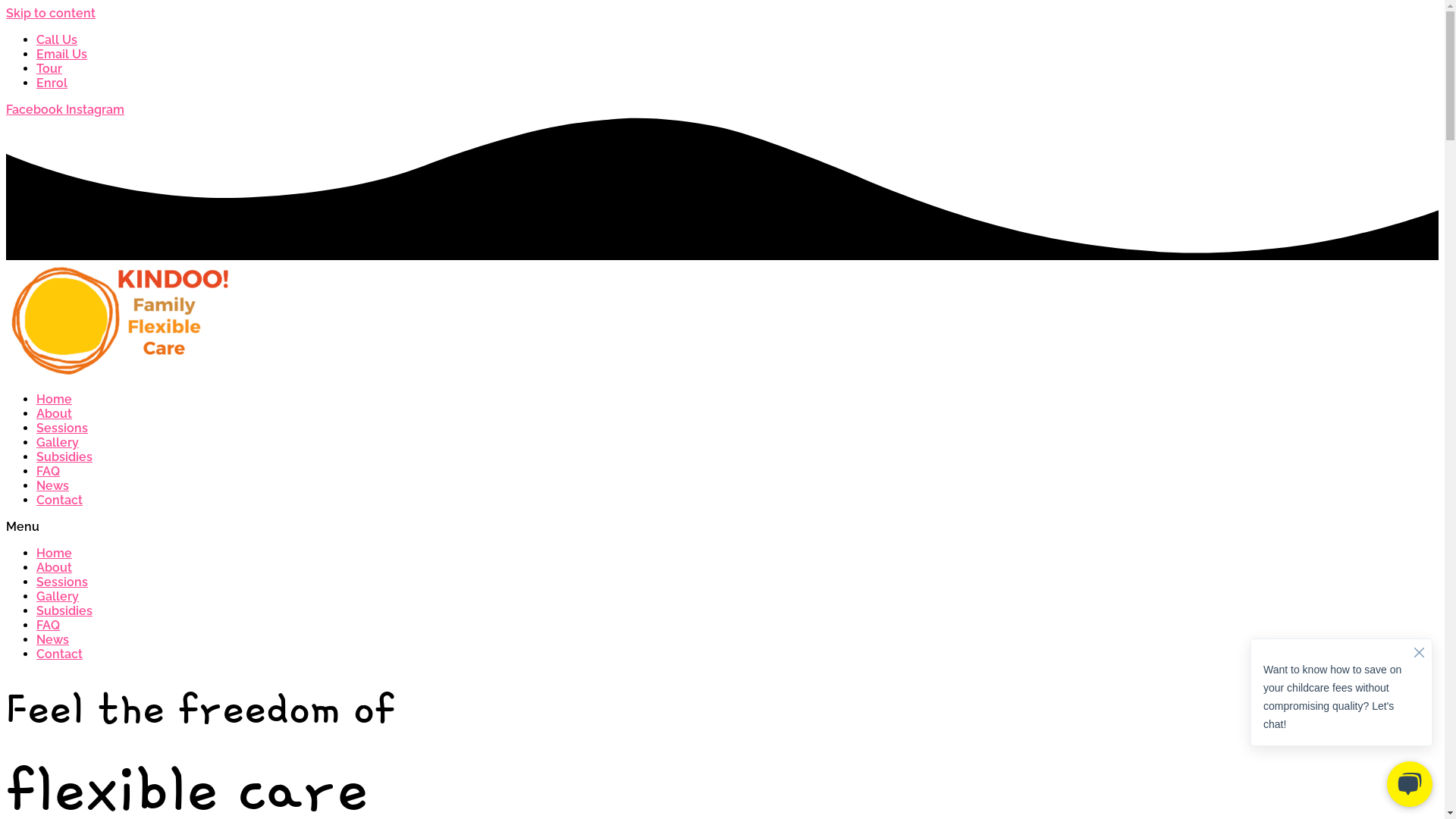 The height and width of the screenshot is (819, 1456). Describe the element at coordinates (52, 639) in the screenshot. I see `'News'` at that location.